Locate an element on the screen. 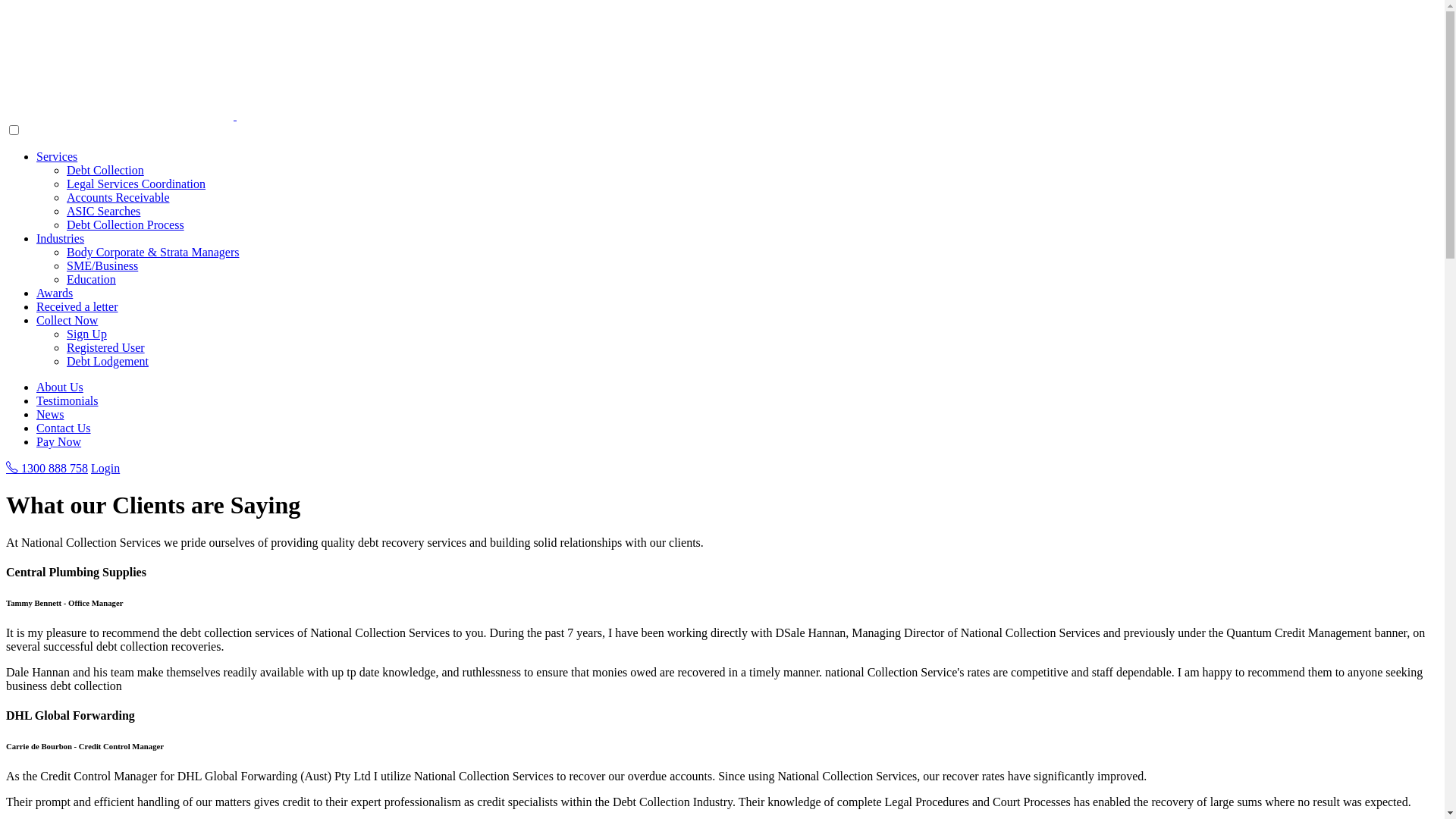 The image size is (1456, 819). 'Legal Services Coordination' is located at coordinates (136, 183).